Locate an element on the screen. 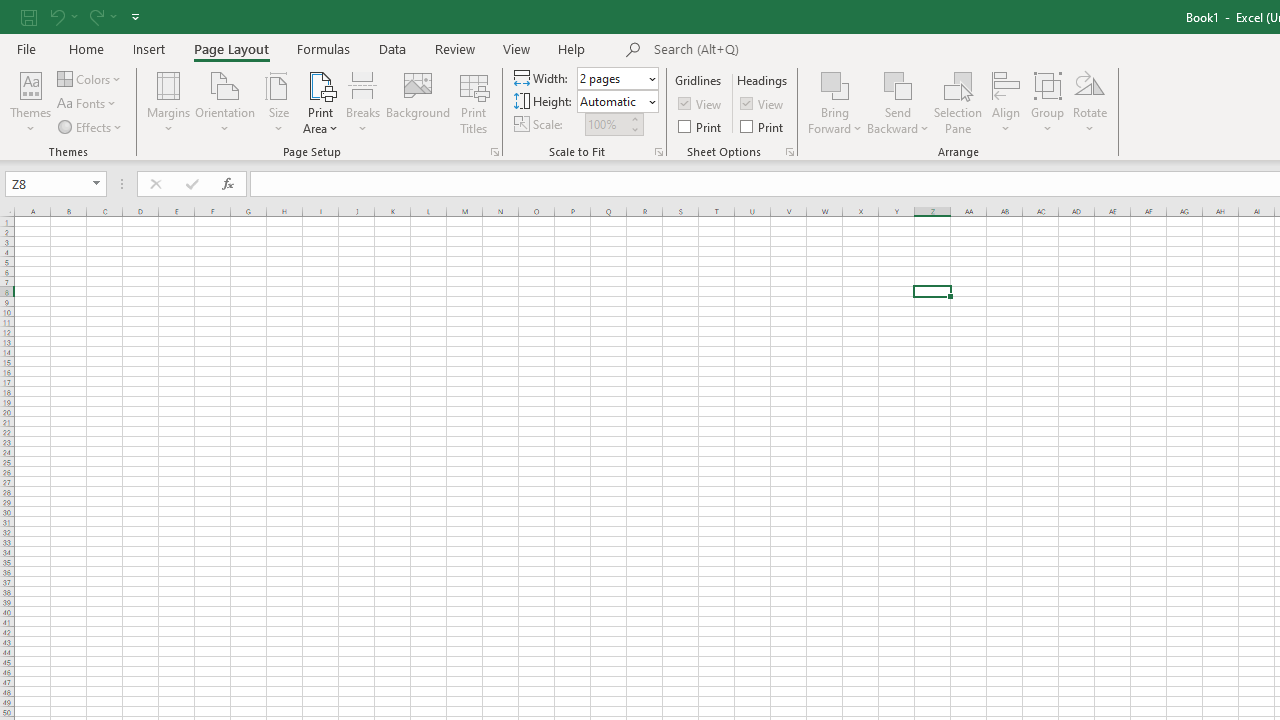 The width and height of the screenshot is (1280, 720). 'Width' is located at coordinates (617, 77).